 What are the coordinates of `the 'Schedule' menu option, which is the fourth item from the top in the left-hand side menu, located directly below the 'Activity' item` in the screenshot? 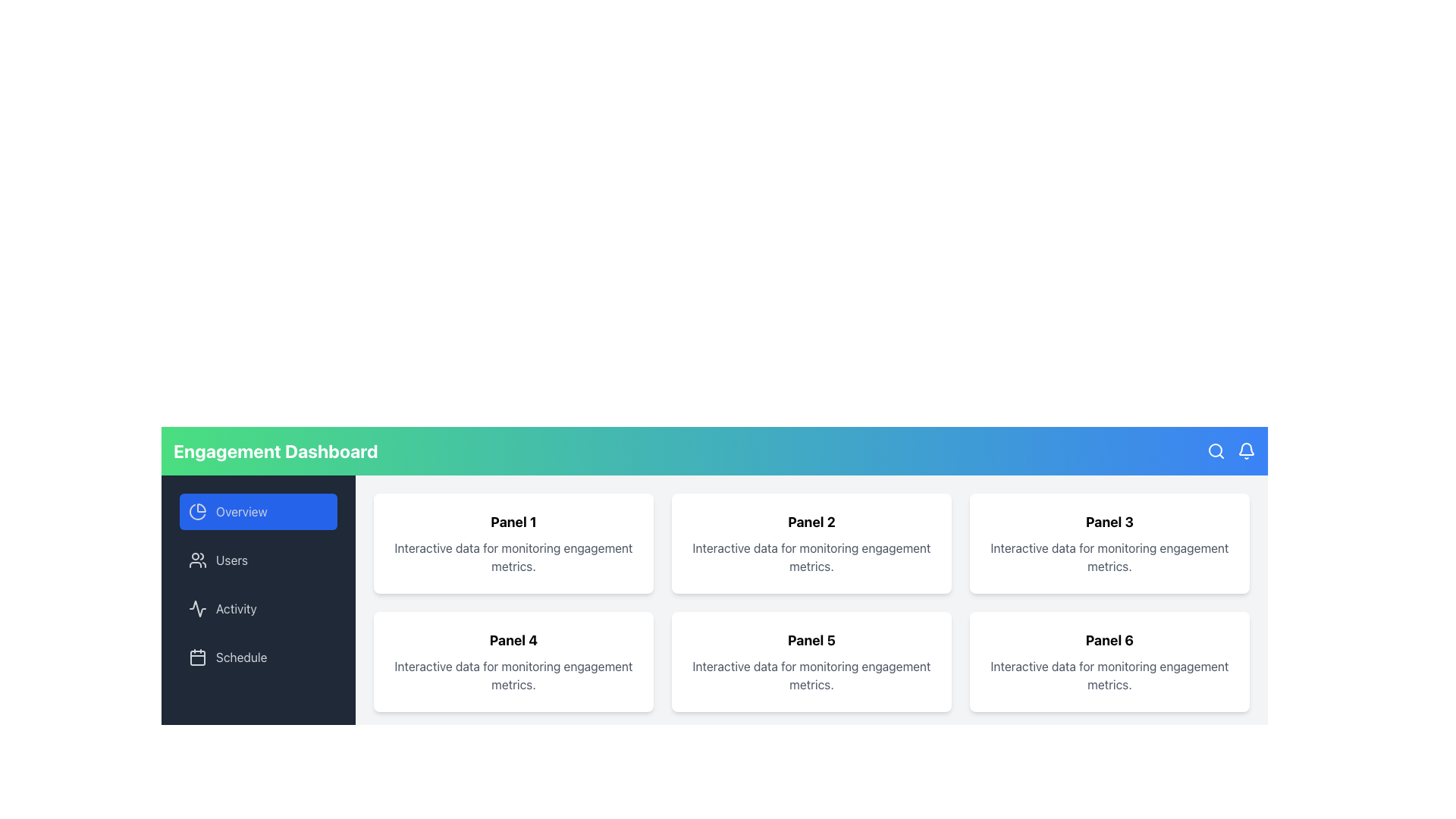 It's located at (240, 657).